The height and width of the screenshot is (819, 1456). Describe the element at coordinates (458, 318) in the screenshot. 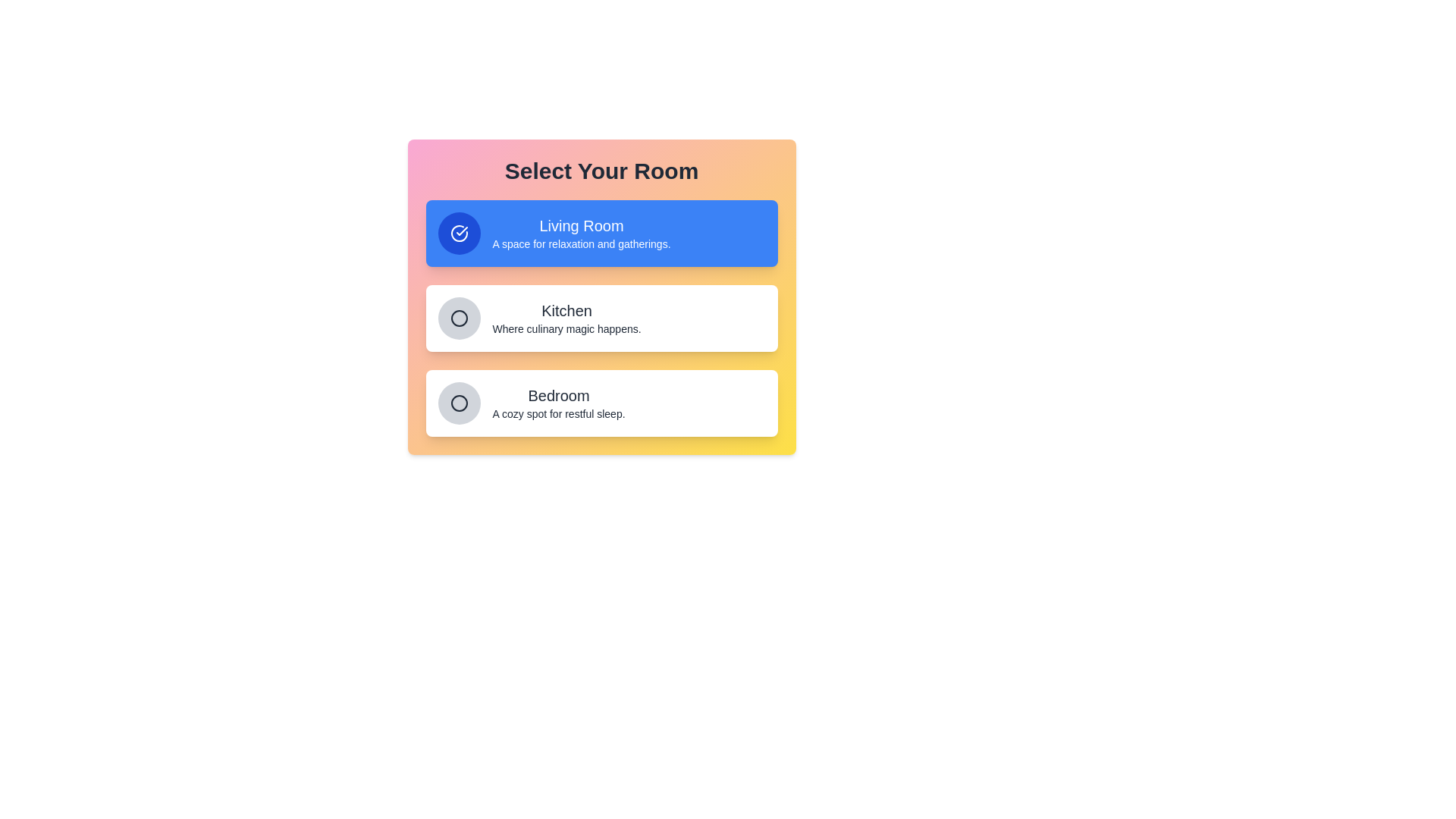

I see `the hollow circle decorative SVG graphic element located next to the 'Kitchen' option in the menu` at that location.